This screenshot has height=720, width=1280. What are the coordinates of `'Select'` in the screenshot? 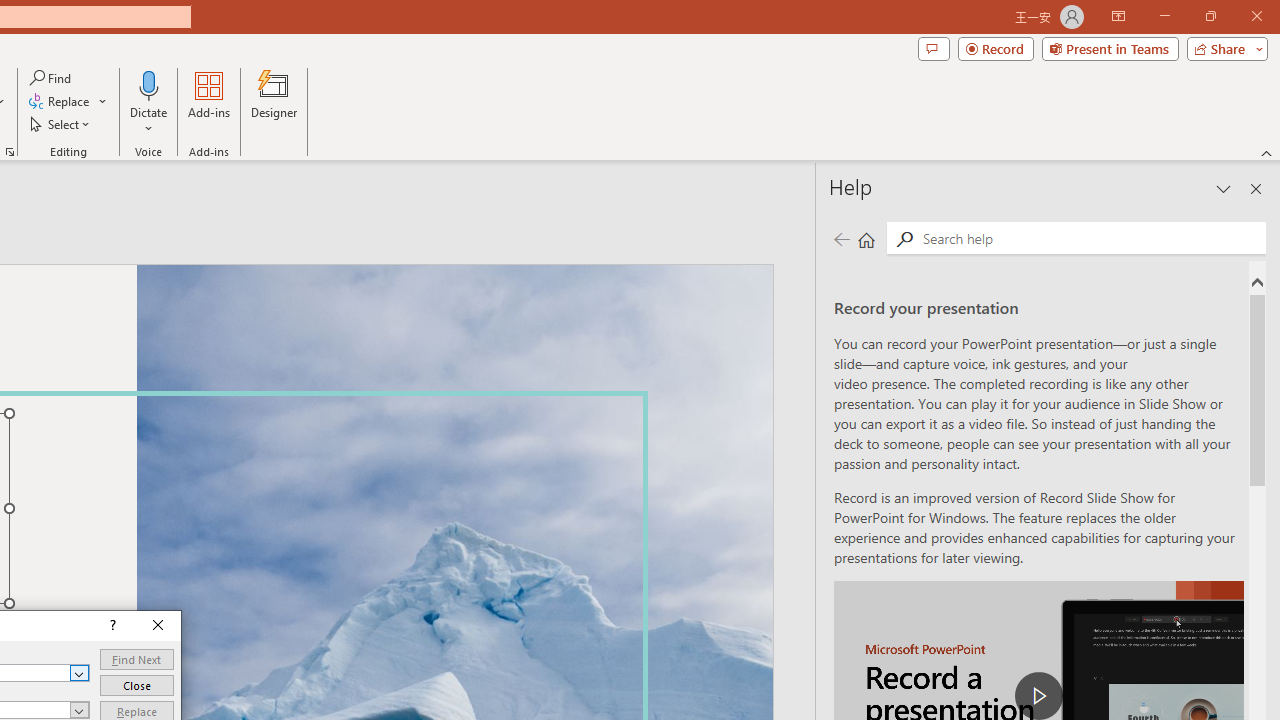 It's located at (61, 124).